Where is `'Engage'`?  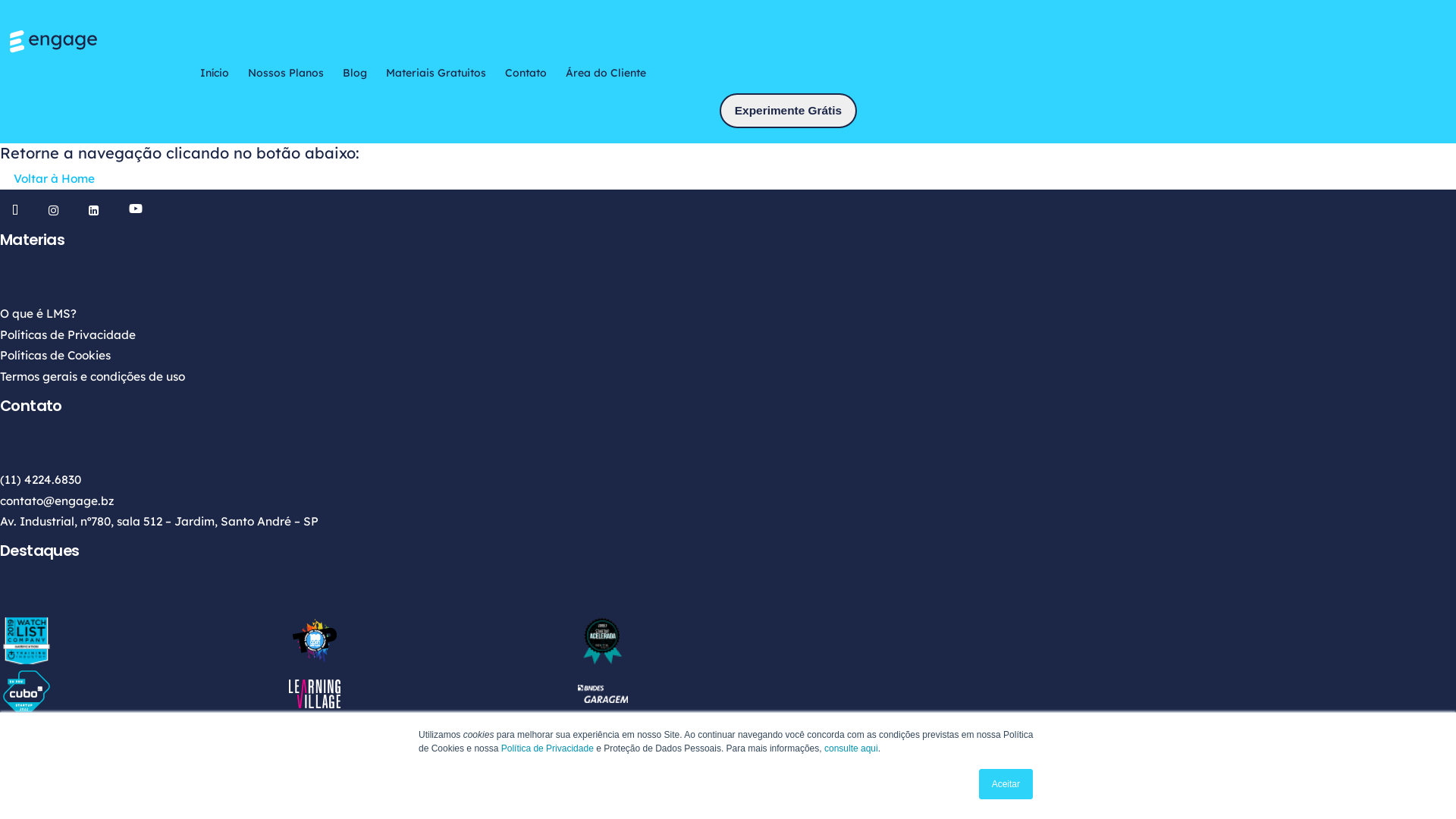
'Engage' is located at coordinates (7, 40).